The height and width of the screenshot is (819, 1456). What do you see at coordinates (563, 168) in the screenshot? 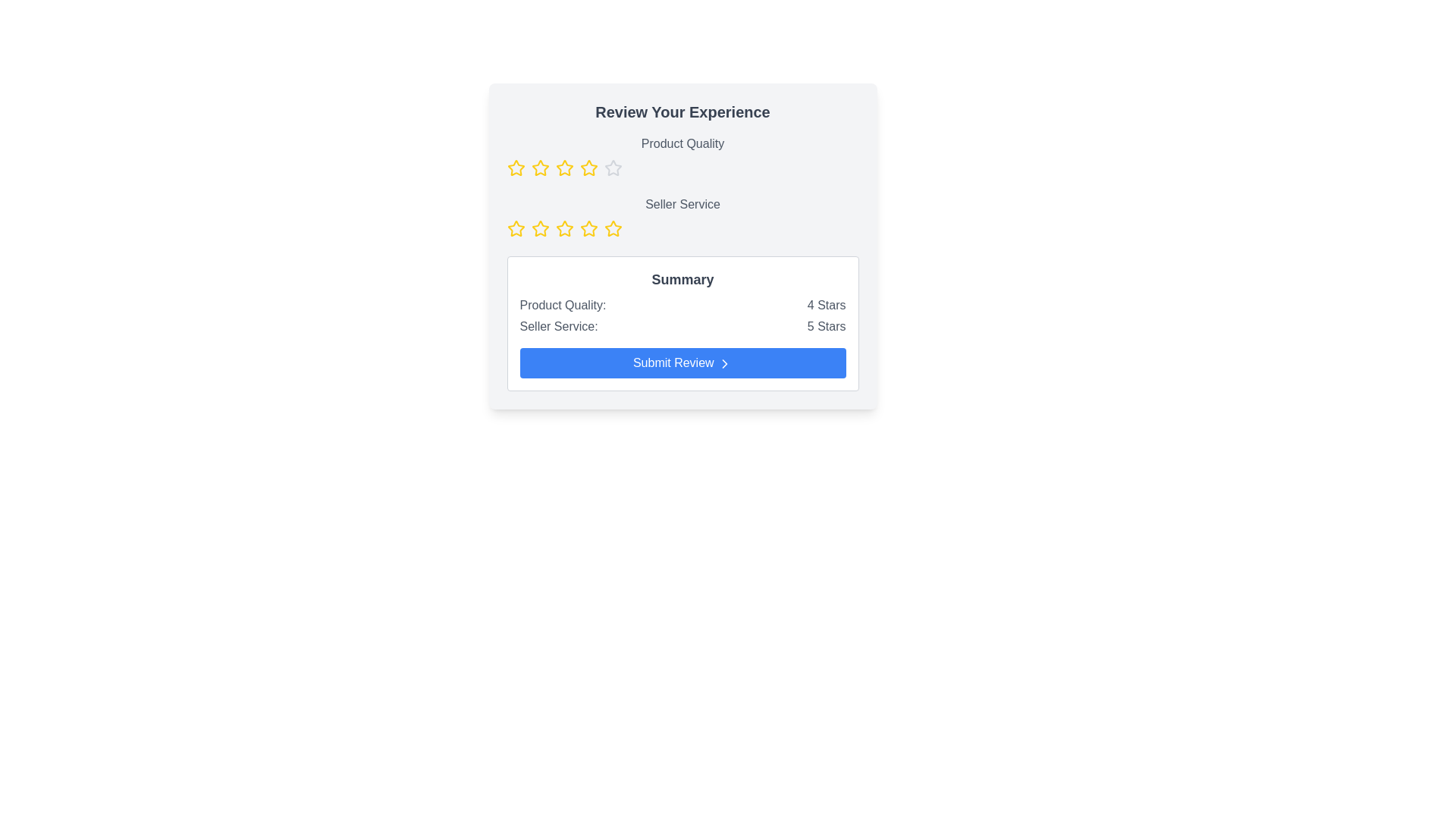
I see `the fourth star icon in the rating system, which is bright yellow and outlined in bold, located below the 'Product Quality' text` at bounding box center [563, 168].